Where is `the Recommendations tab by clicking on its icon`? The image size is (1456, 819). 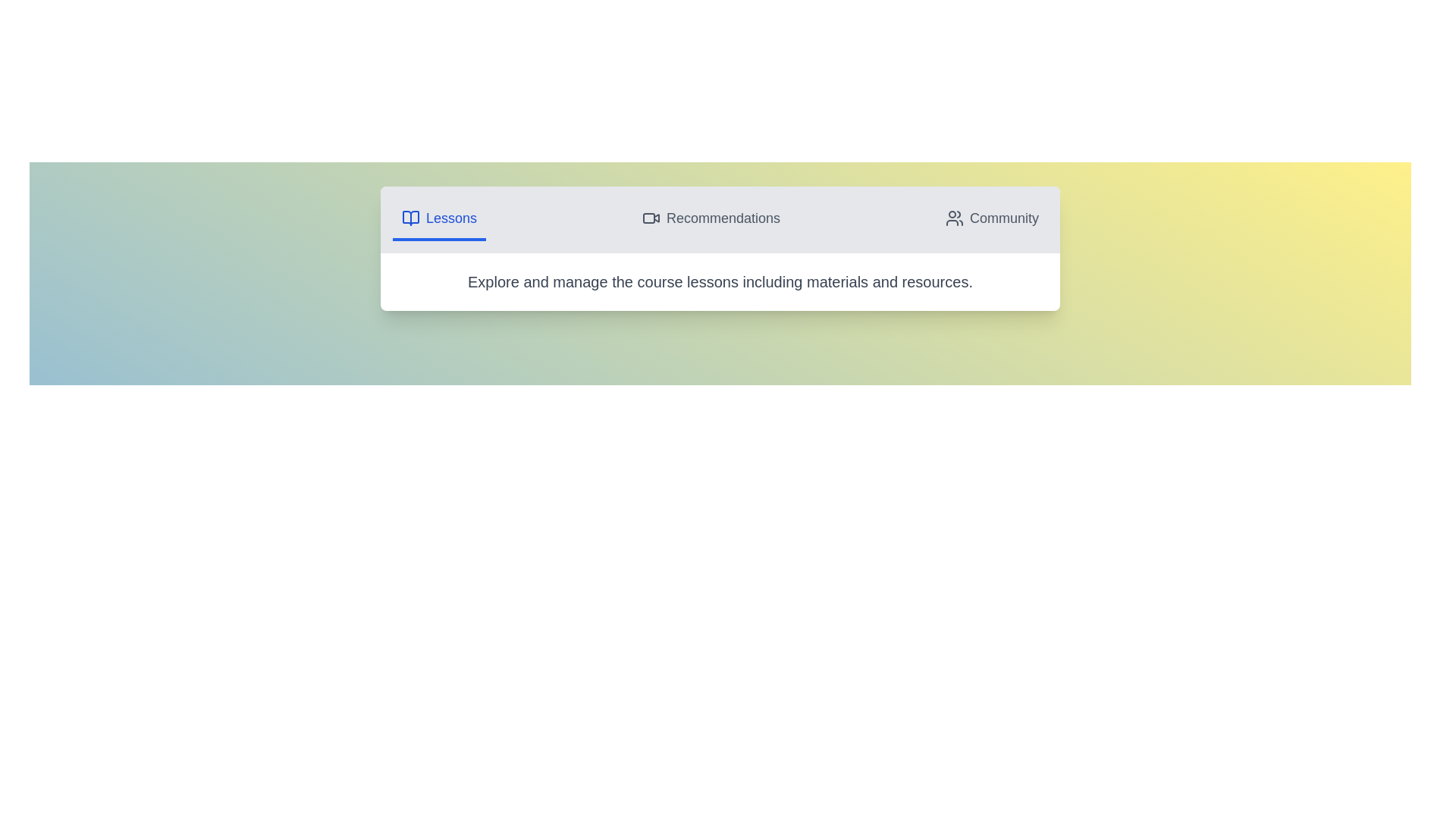 the Recommendations tab by clicking on its icon is located at coordinates (710, 219).